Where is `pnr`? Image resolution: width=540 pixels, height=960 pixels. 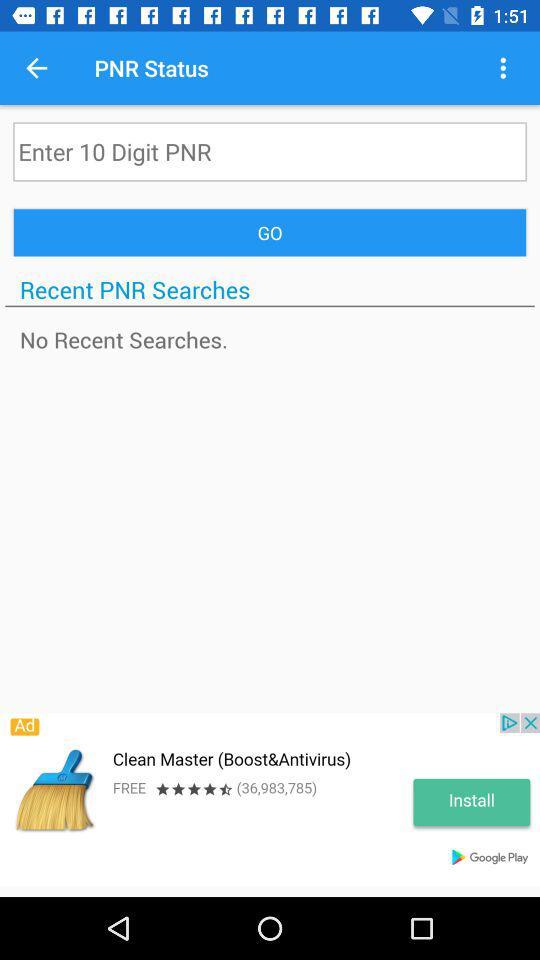 pnr is located at coordinates (270, 150).